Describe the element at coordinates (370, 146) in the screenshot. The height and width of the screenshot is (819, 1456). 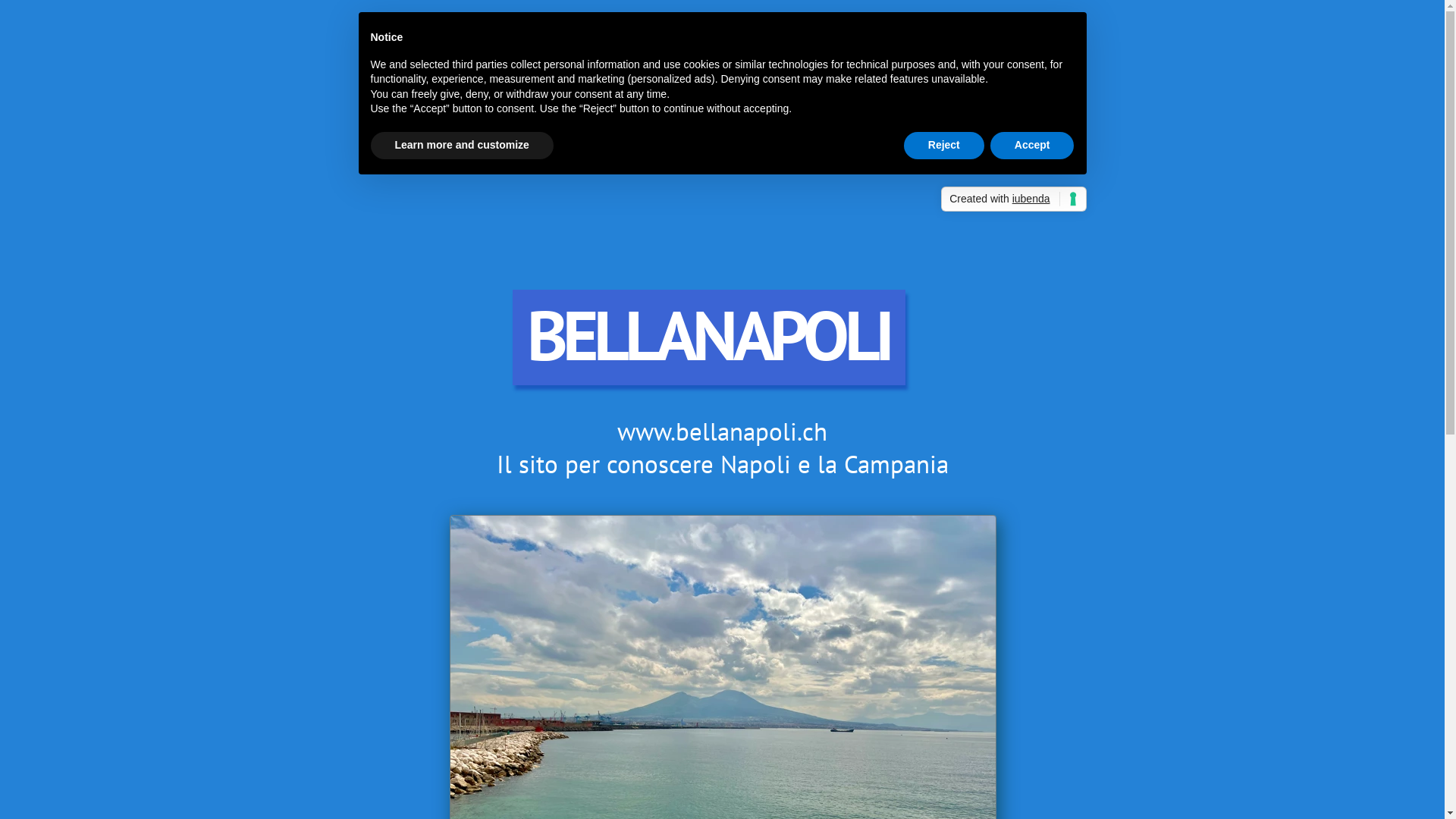
I see `'Learn more and customize'` at that location.